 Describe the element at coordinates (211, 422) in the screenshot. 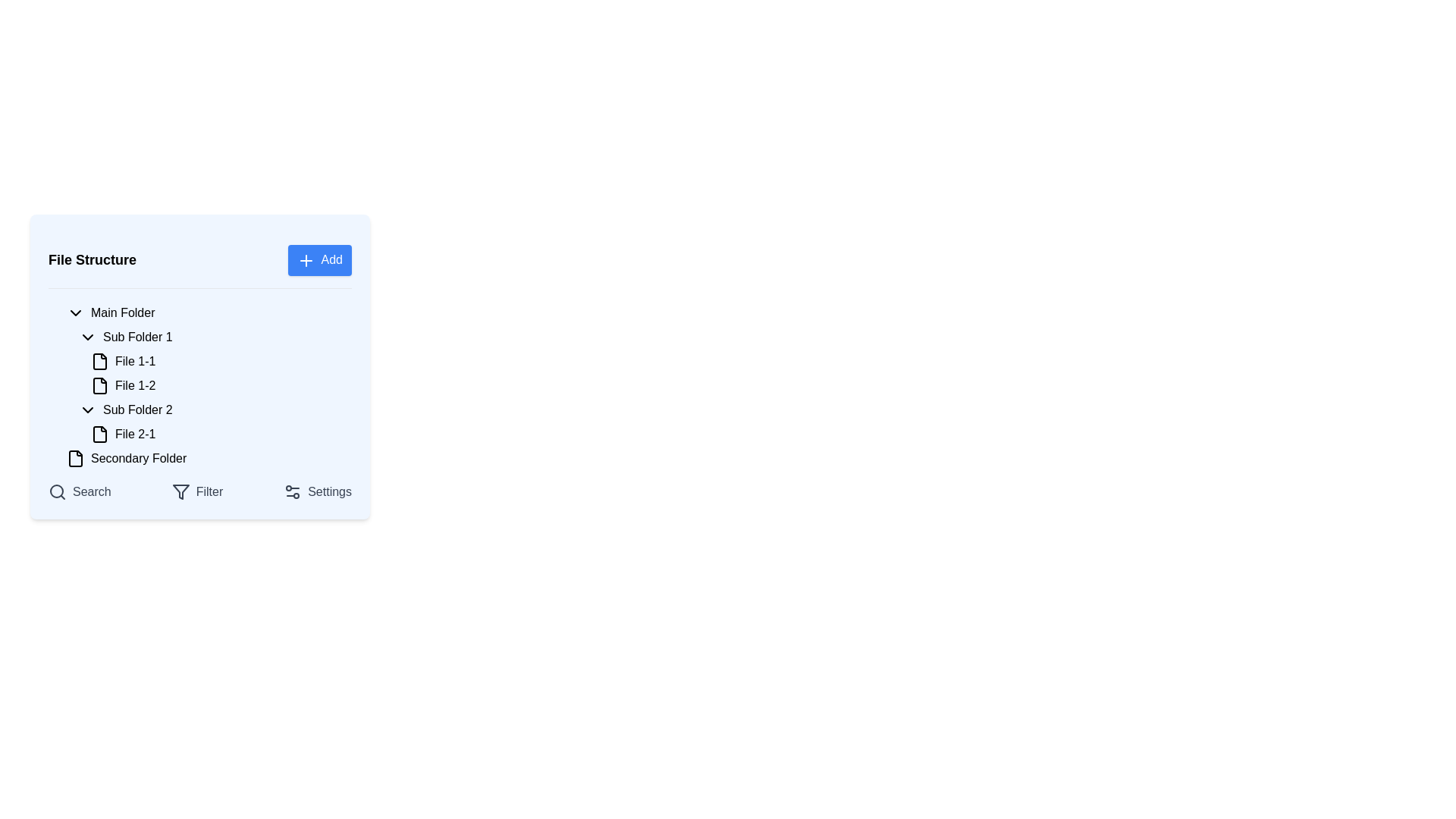

I see `the text 'File 2-1' along with its file icon from 'Sub Folder 2'` at that location.